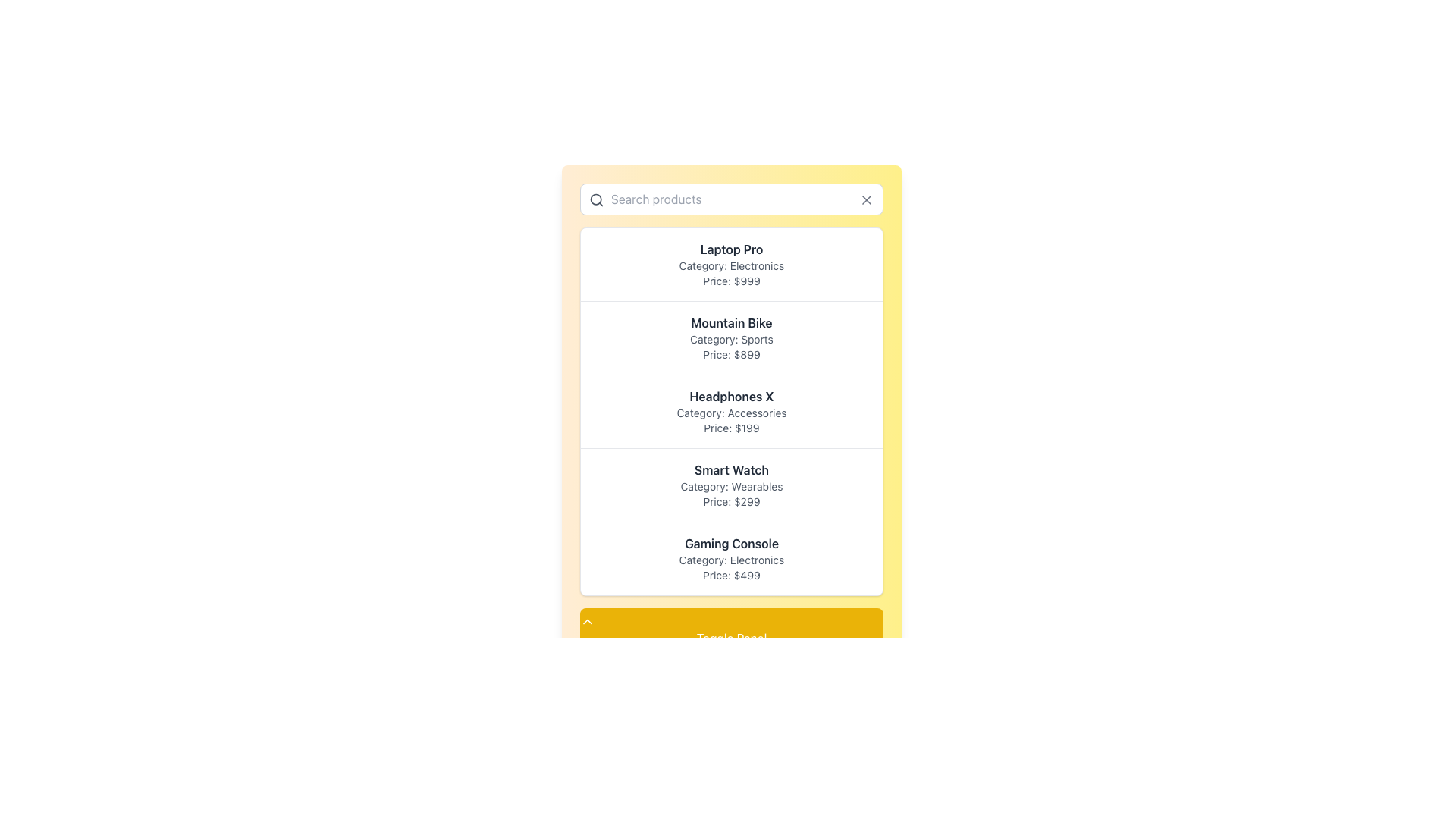 The image size is (1456, 819). I want to click on text content of the text label displaying 'Price: $899', which is styled in gray and positioned below the 'Category: Sports' text within the 'Mountain Bike' product section, so click(731, 354).